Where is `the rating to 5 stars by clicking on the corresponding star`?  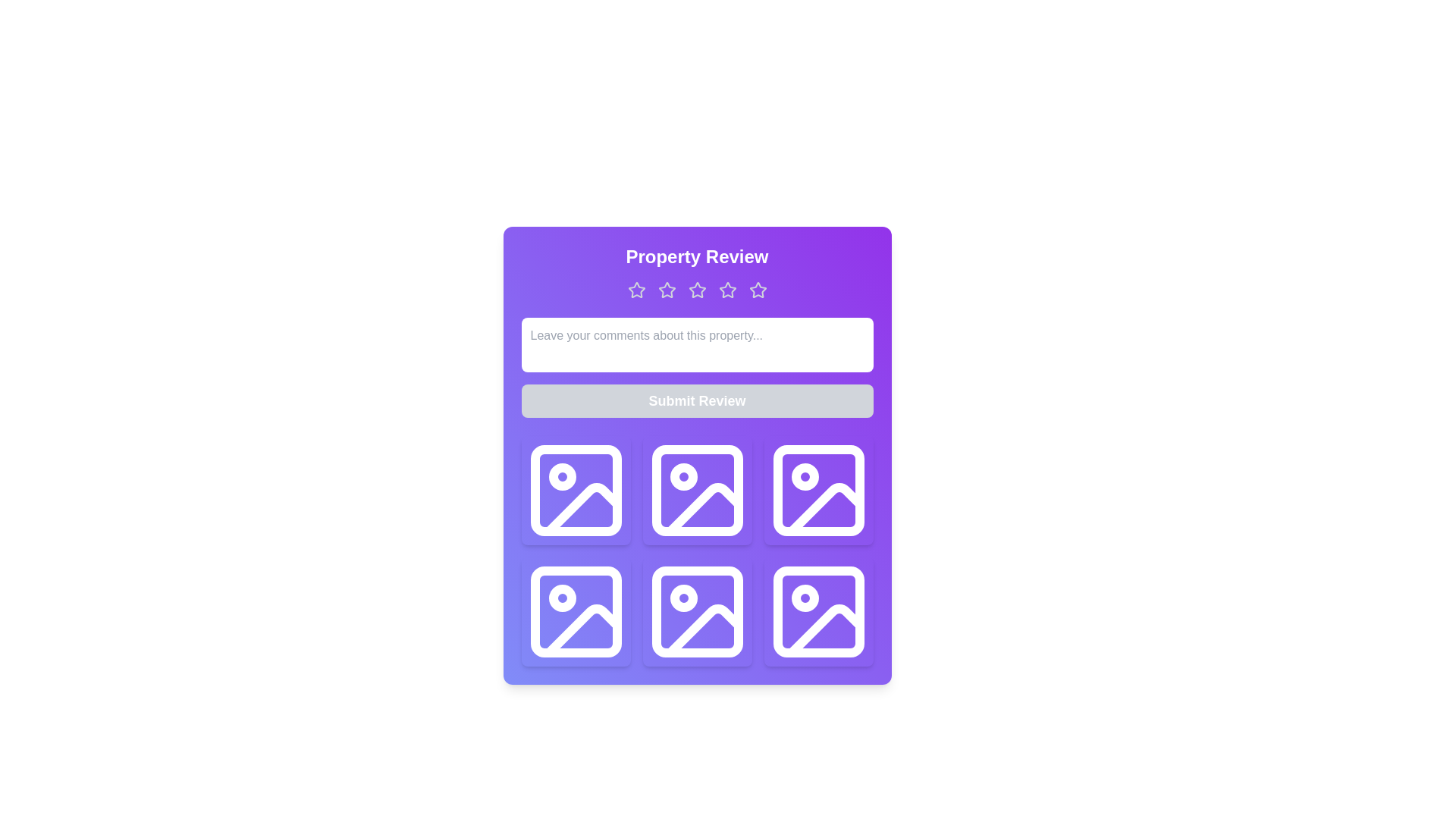
the rating to 5 stars by clicking on the corresponding star is located at coordinates (758, 290).